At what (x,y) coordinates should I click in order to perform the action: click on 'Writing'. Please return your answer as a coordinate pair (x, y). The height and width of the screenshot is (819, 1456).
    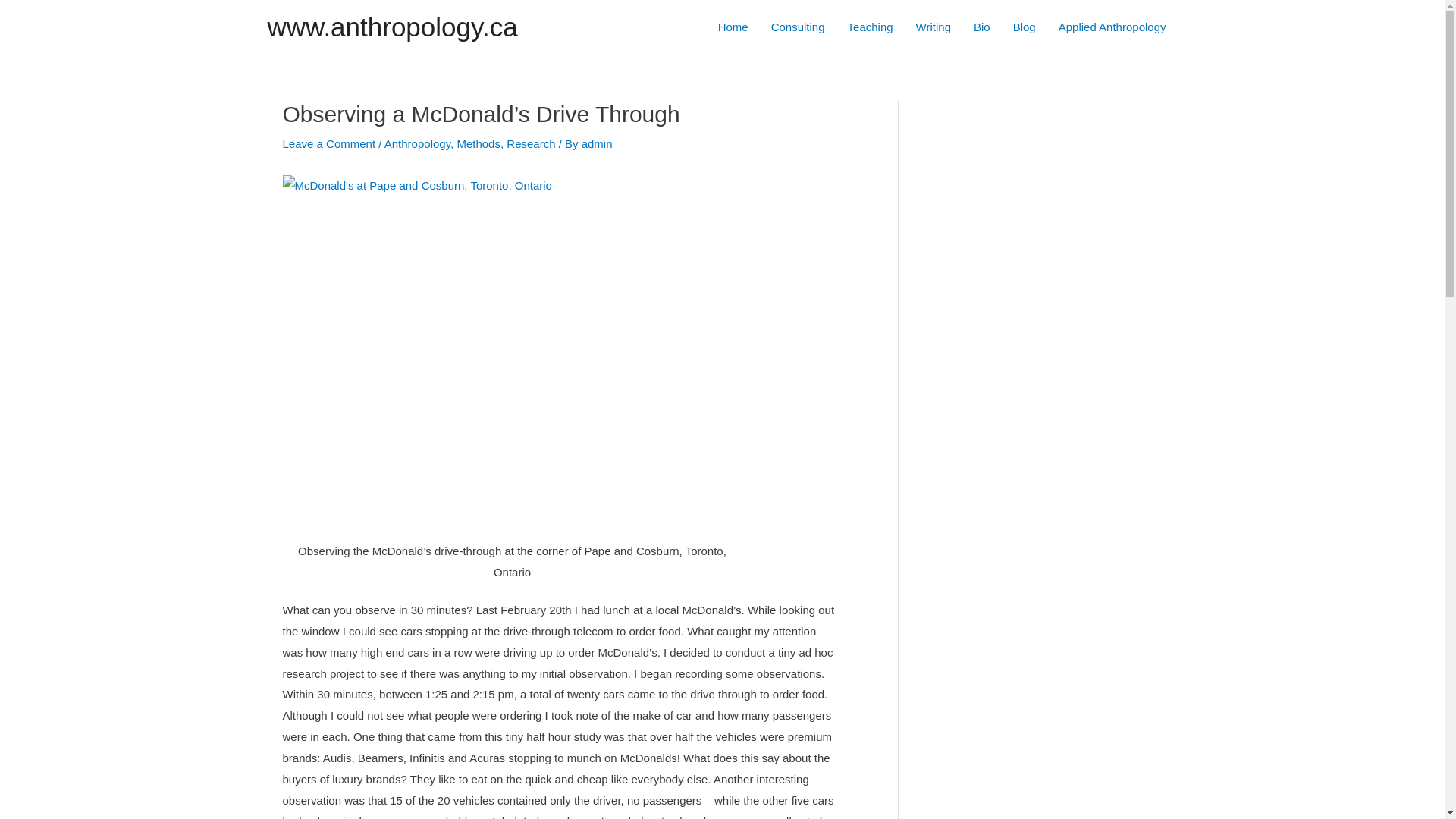
    Looking at the image, I should click on (932, 27).